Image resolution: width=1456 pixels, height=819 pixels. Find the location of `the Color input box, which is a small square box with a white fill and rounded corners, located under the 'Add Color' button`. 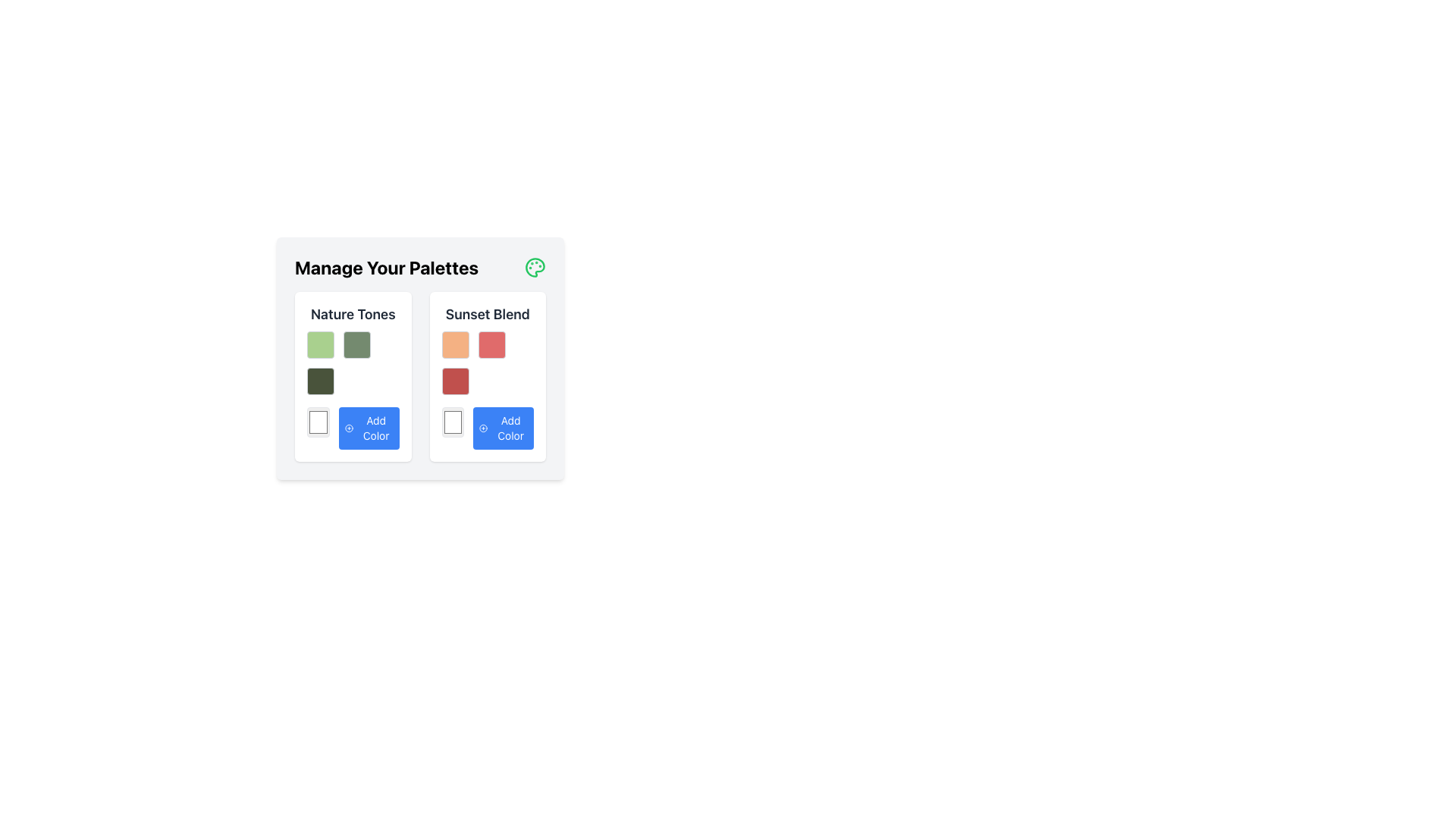

the Color input box, which is a small square box with a white fill and rounded corners, located under the 'Add Color' button is located at coordinates (317, 422).